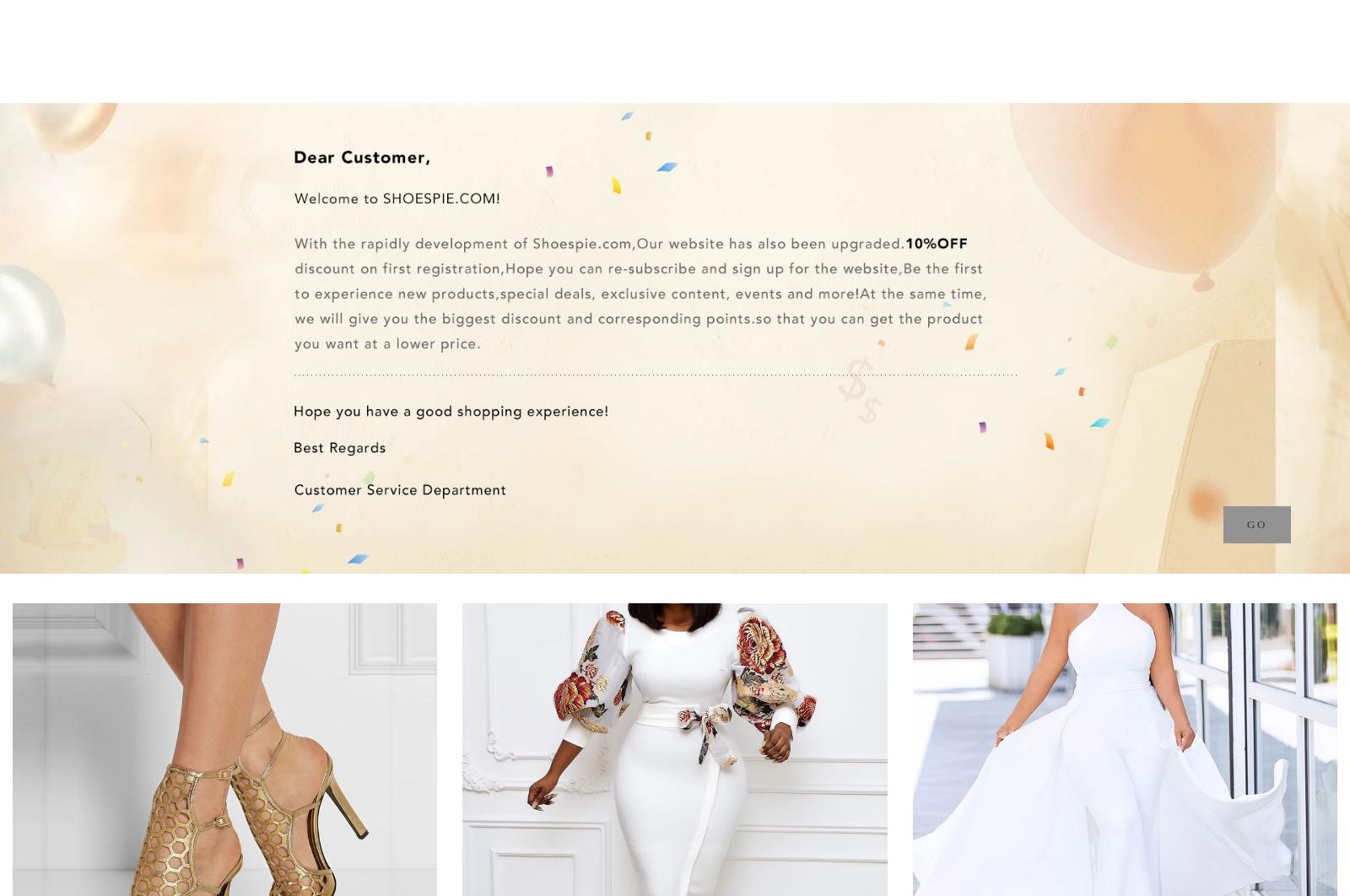  What do you see at coordinates (1285, 26) in the screenshot?
I see `'0'` at bounding box center [1285, 26].